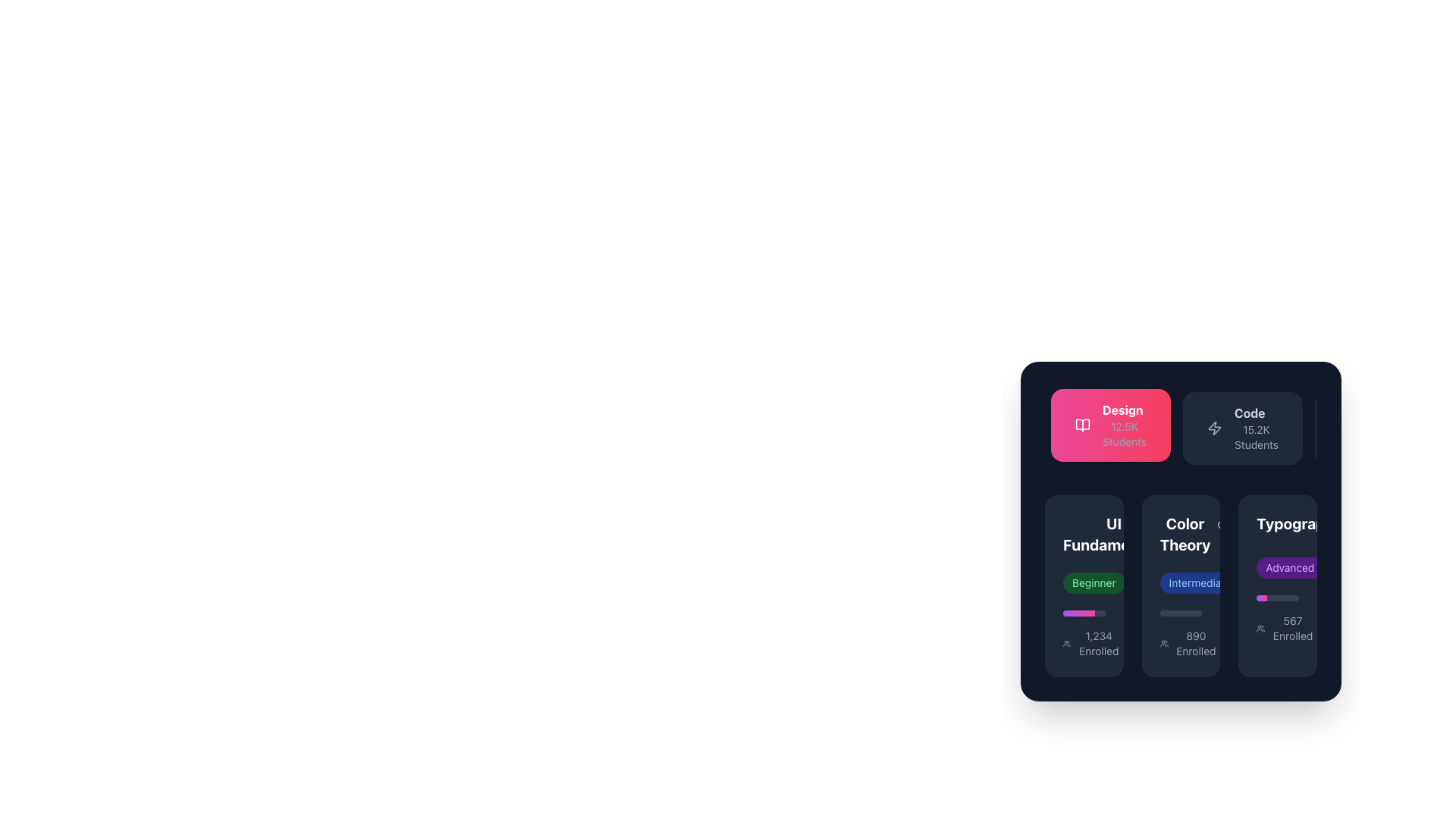 The height and width of the screenshot is (819, 1456). What do you see at coordinates (1180, 585) in the screenshot?
I see `the 'Color Theory' card, which is the second card in a horizontal layout, featuring a dark background, bold white title, blue 'Intermediate' badge, duration indicator, progress bar, and '890 Enrolled' statistic` at bounding box center [1180, 585].